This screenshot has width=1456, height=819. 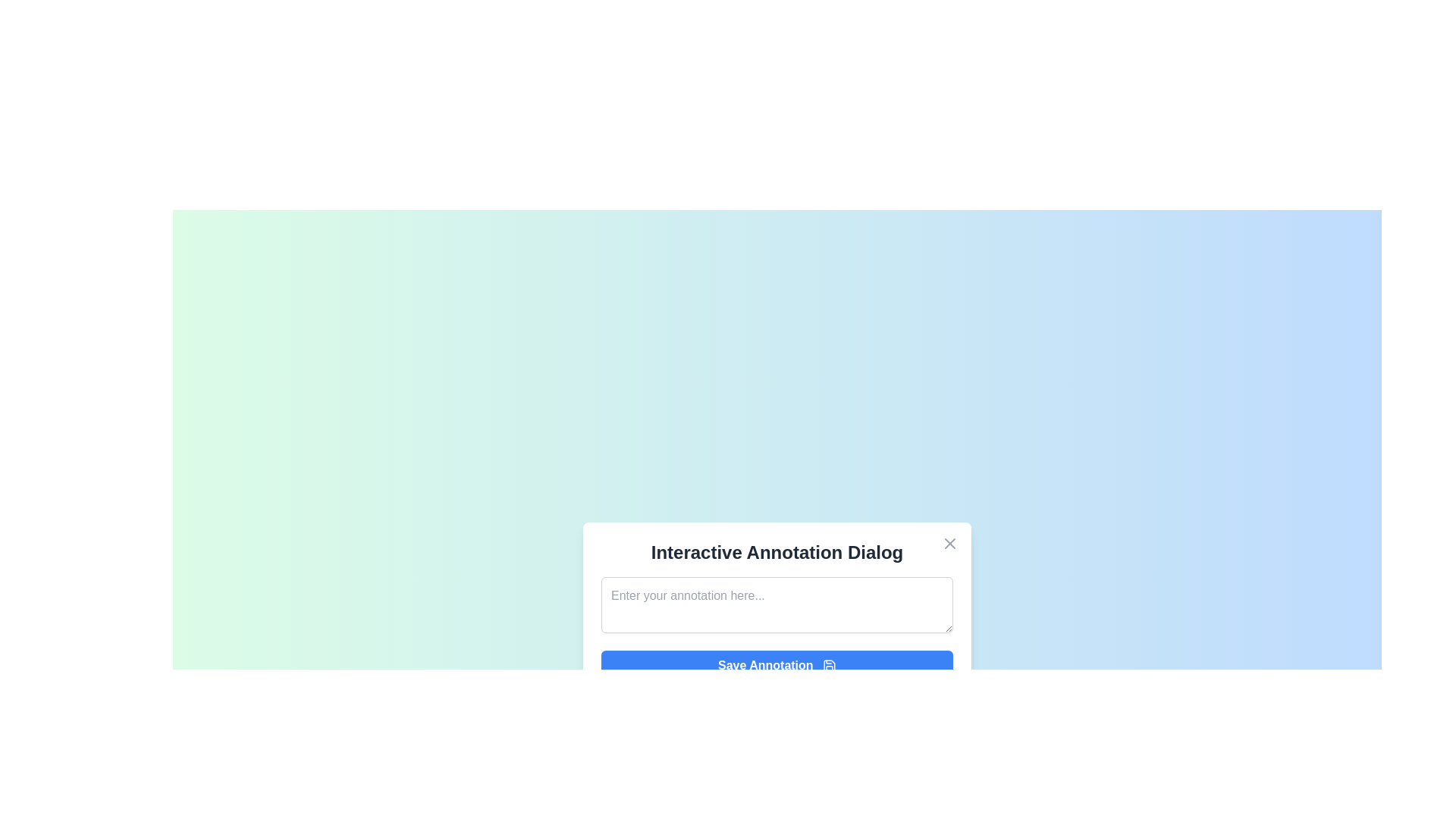 What do you see at coordinates (777, 664) in the screenshot?
I see `the 'Save Annotation' button to save the entered annotation` at bounding box center [777, 664].